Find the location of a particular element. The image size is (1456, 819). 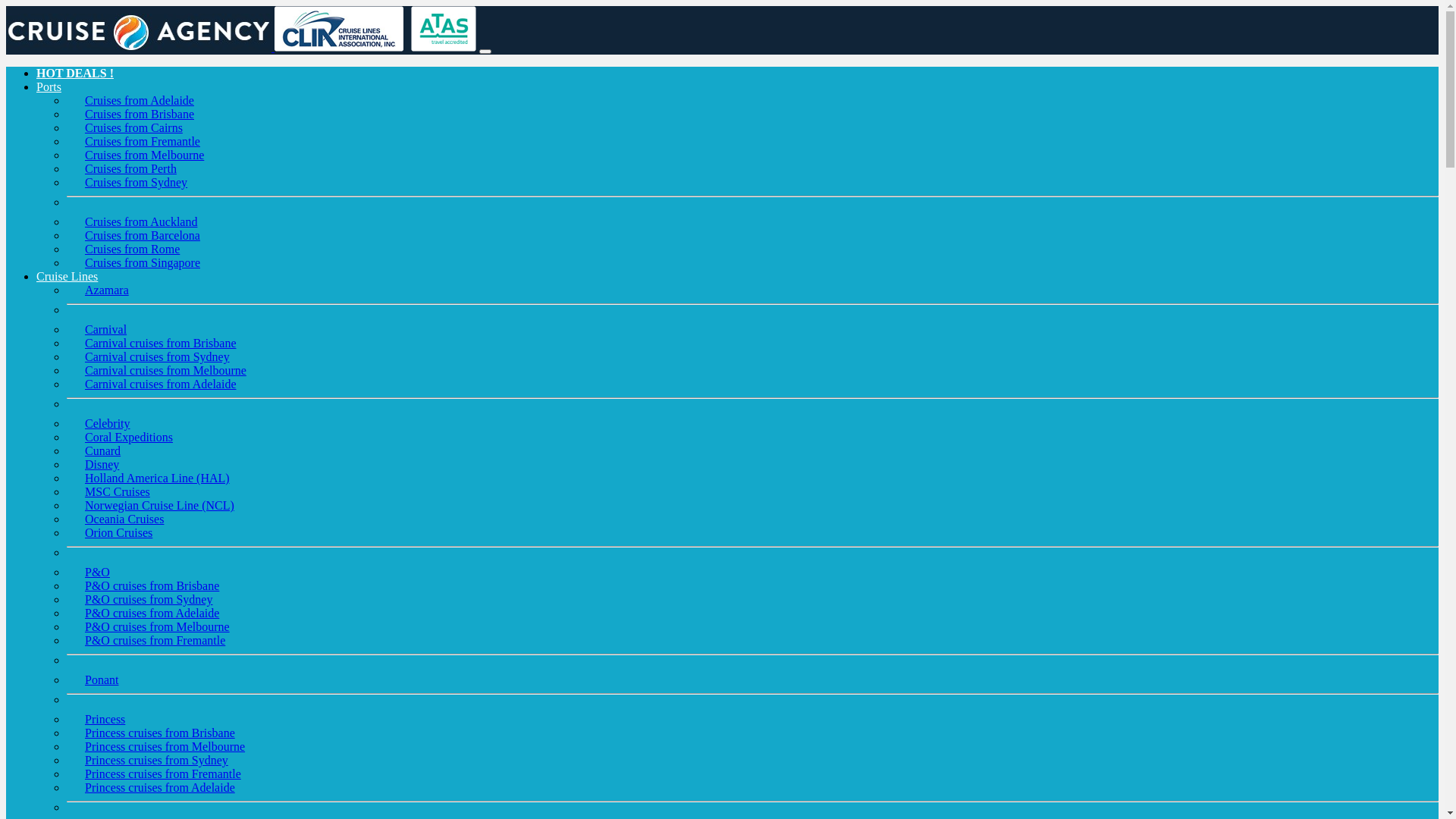

'P&O cruises from Brisbane' is located at coordinates (152, 585).